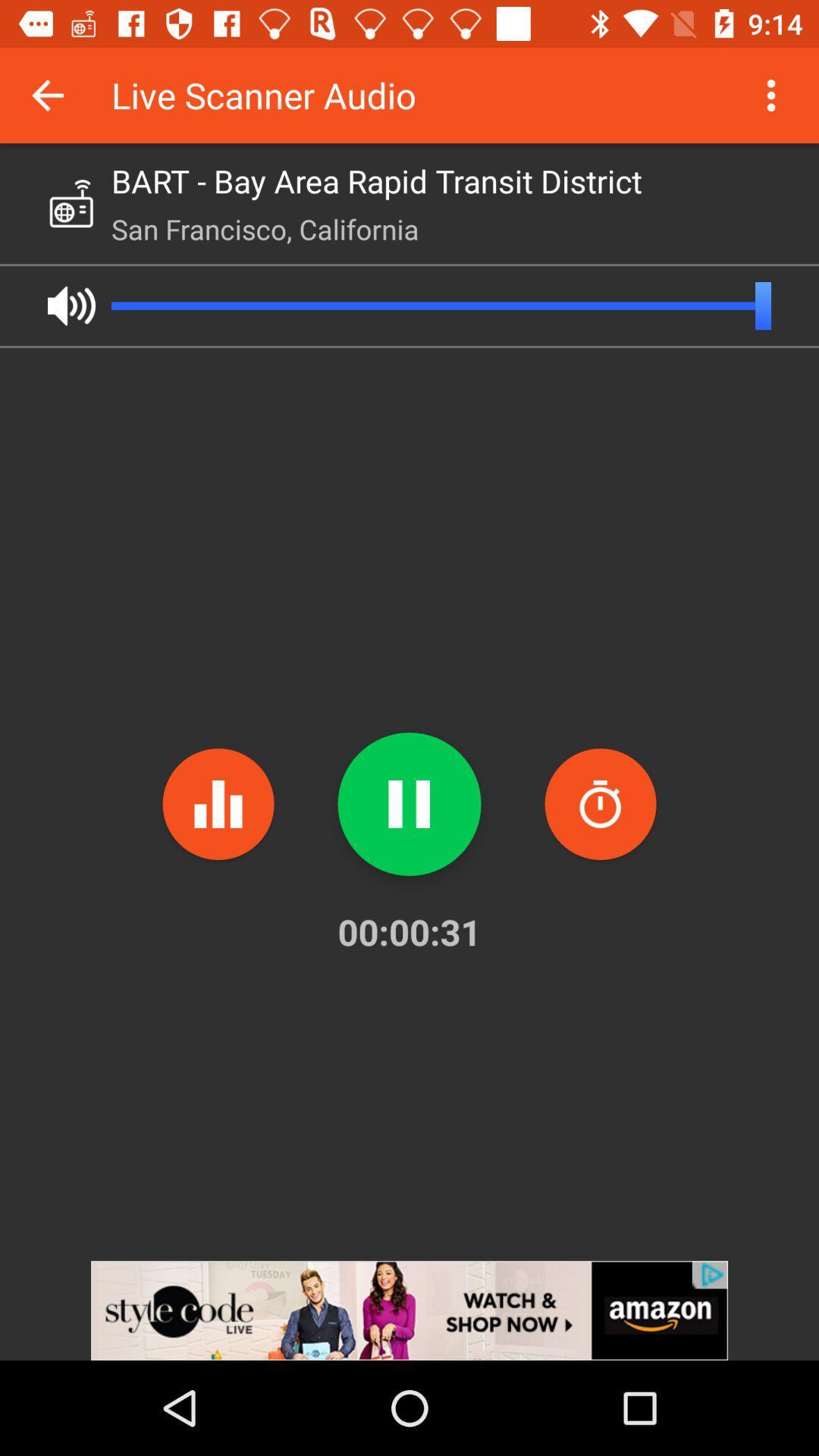  Describe the element at coordinates (599, 803) in the screenshot. I see `spam` at that location.